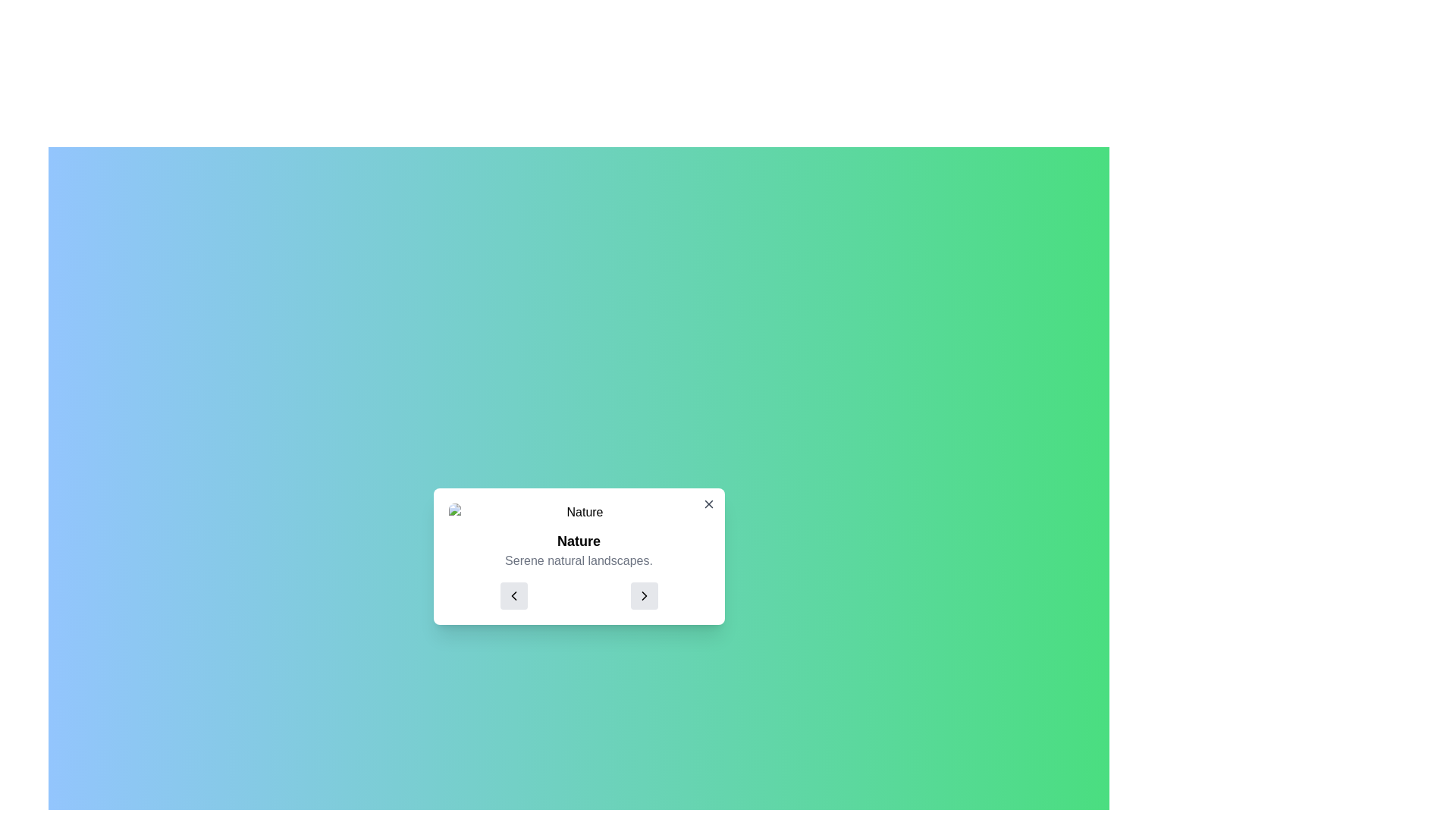  I want to click on the bold text label displaying the word 'Nature', which is centrally located within the modal and styled prominently, so click(578, 540).